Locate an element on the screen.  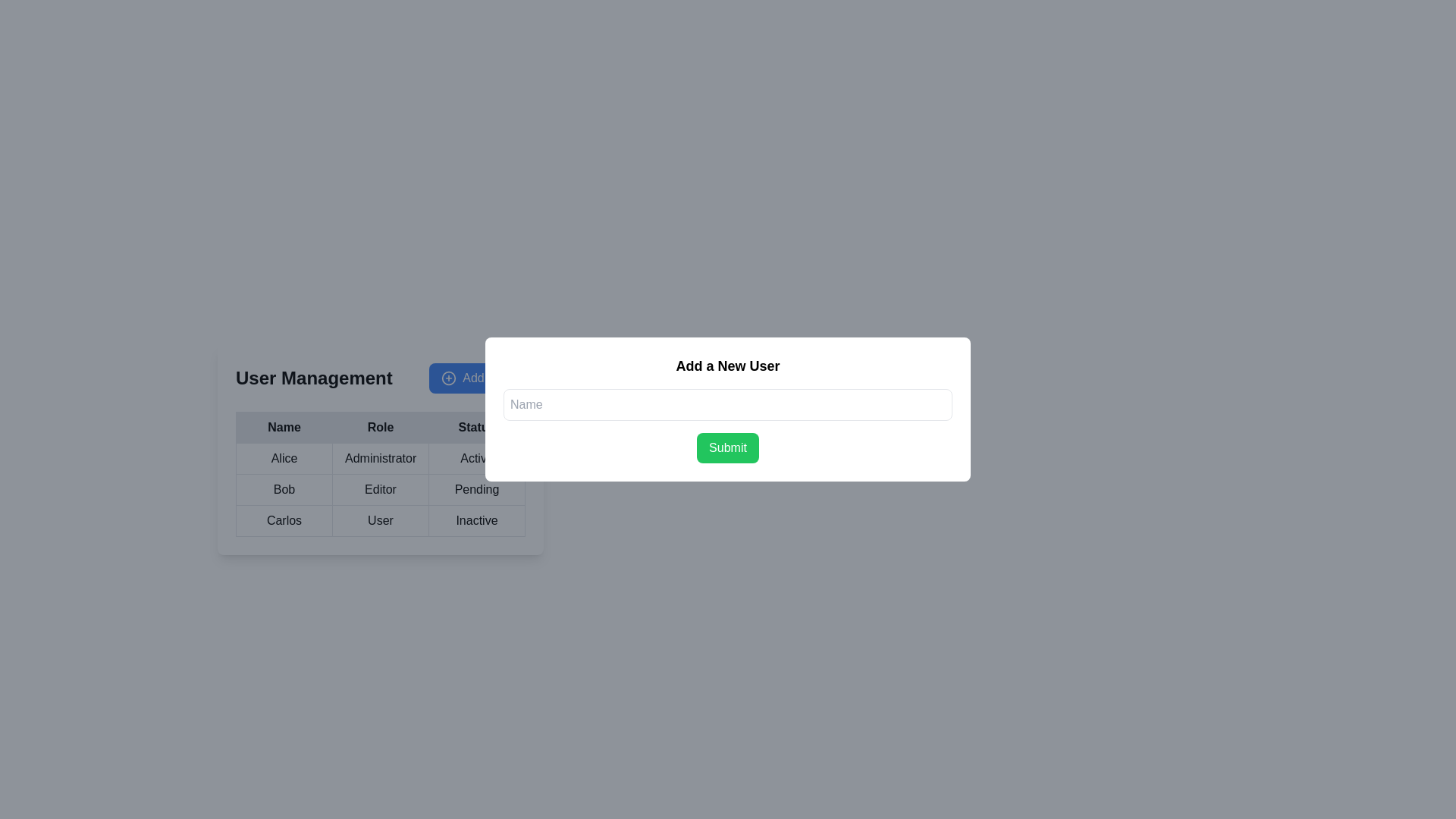
the 'Name' text label at the top row of the table is located at coordinates (284, 427).